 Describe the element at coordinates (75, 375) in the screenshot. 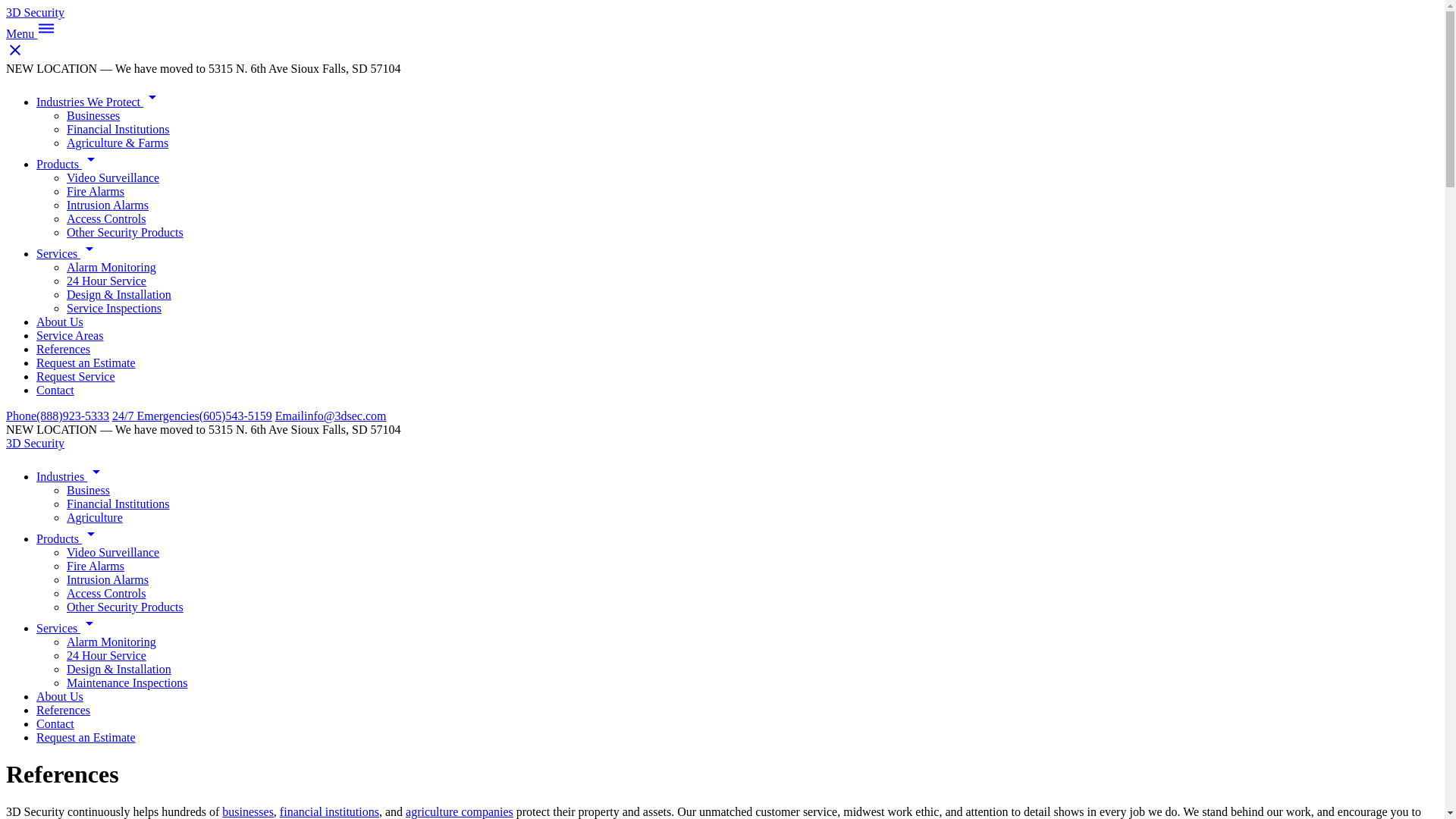

I see `'Request Service'` at that location.